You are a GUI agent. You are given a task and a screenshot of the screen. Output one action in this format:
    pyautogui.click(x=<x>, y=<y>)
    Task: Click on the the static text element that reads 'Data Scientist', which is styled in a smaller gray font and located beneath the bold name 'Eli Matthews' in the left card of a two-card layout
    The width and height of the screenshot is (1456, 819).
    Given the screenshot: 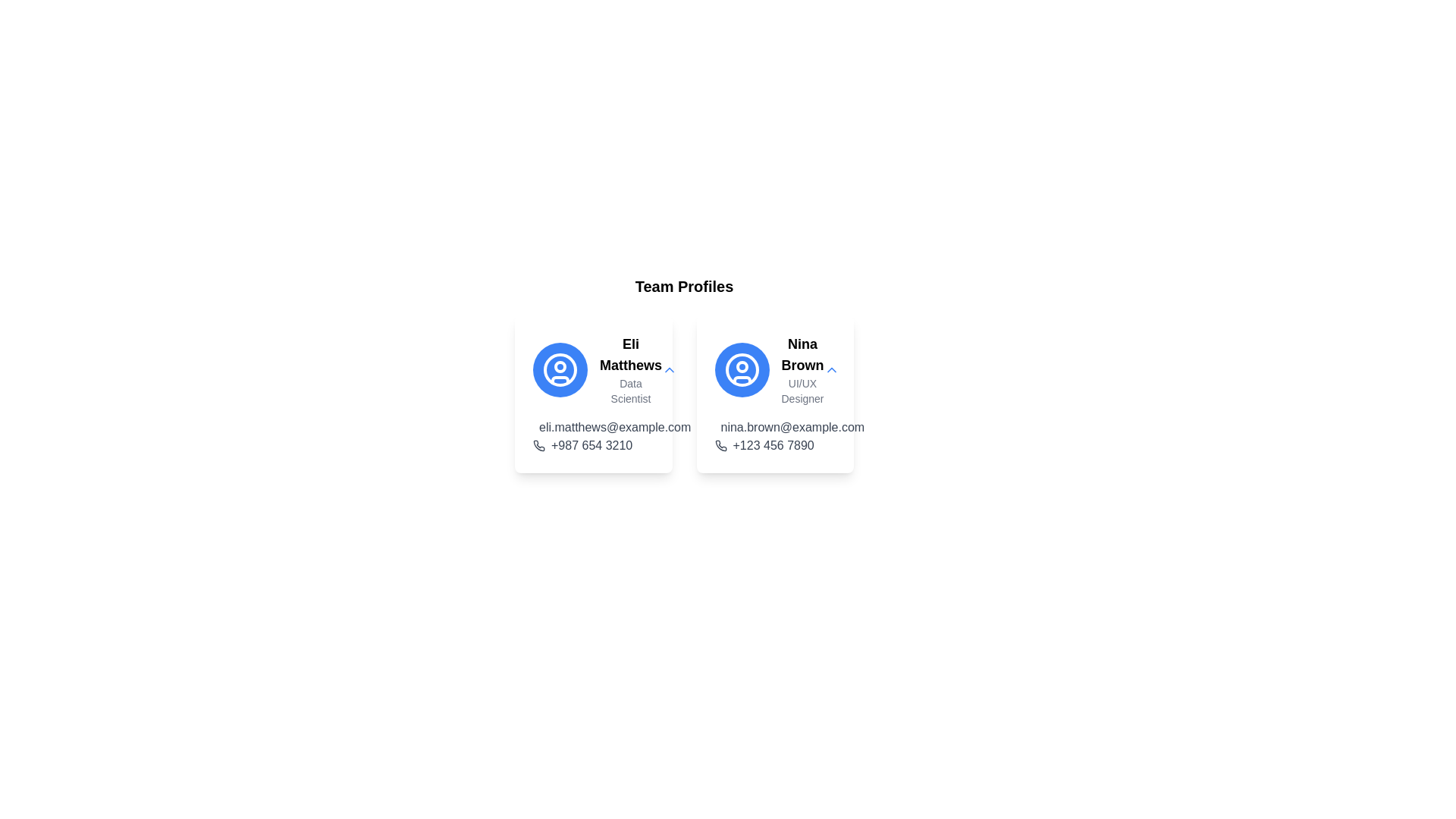 What is the action you would take?
    pyautogui.click(x=630, y=391)
    